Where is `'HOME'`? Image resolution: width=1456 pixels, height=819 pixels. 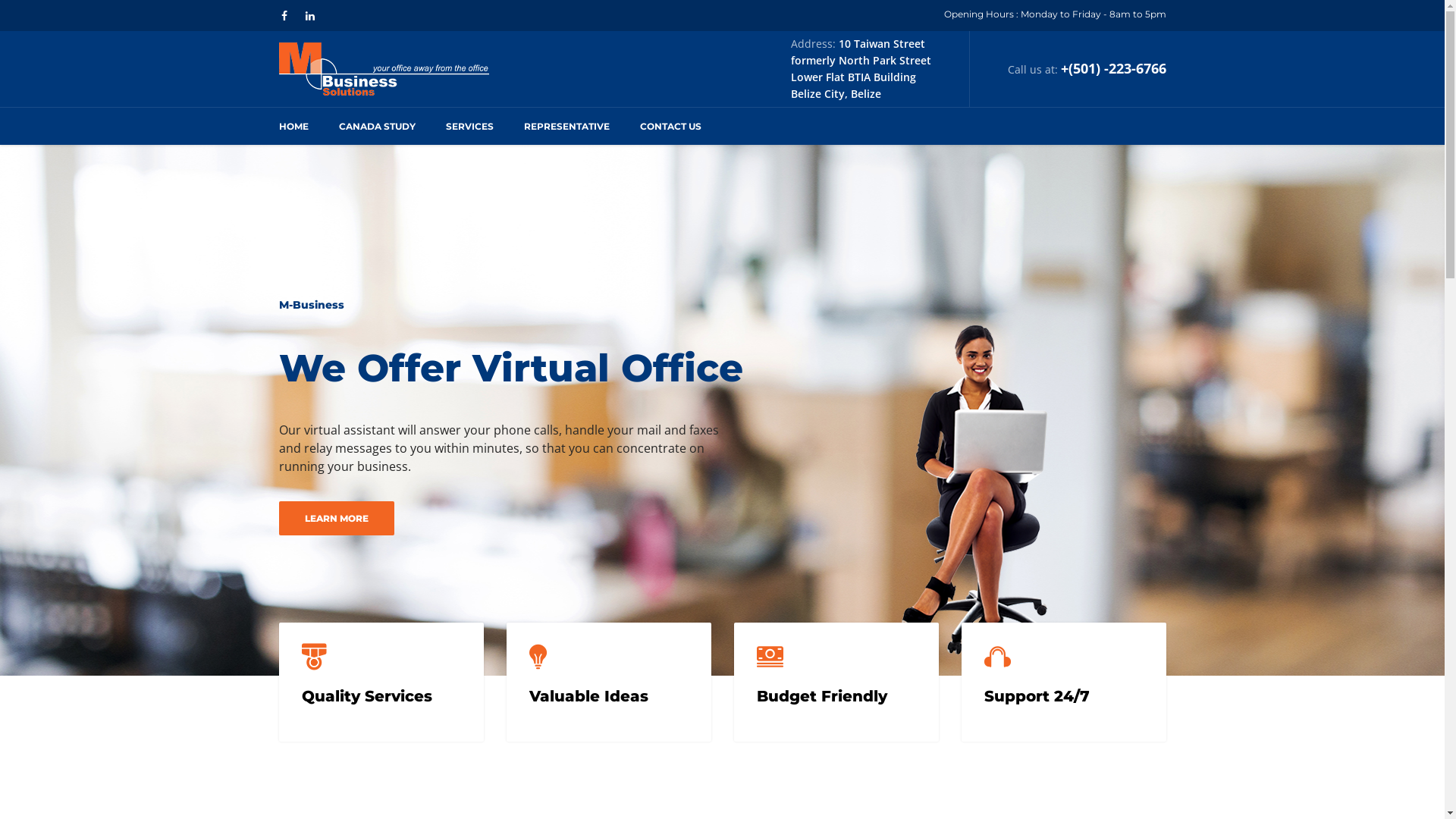
'HOME' is located at coordinates (301, 125).